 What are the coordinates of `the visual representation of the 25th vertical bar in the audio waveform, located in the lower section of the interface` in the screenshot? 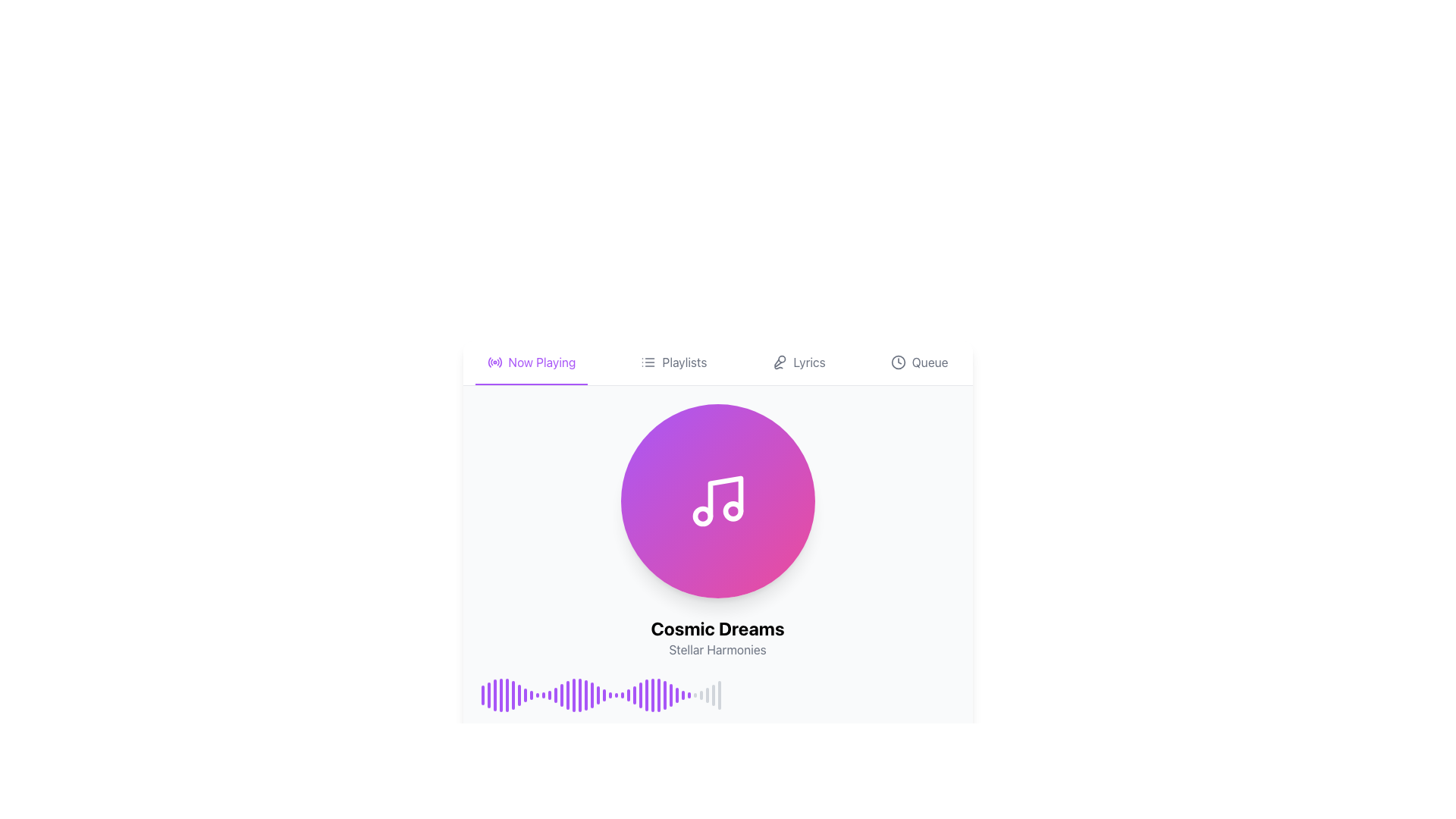 It's located at (676, 695).